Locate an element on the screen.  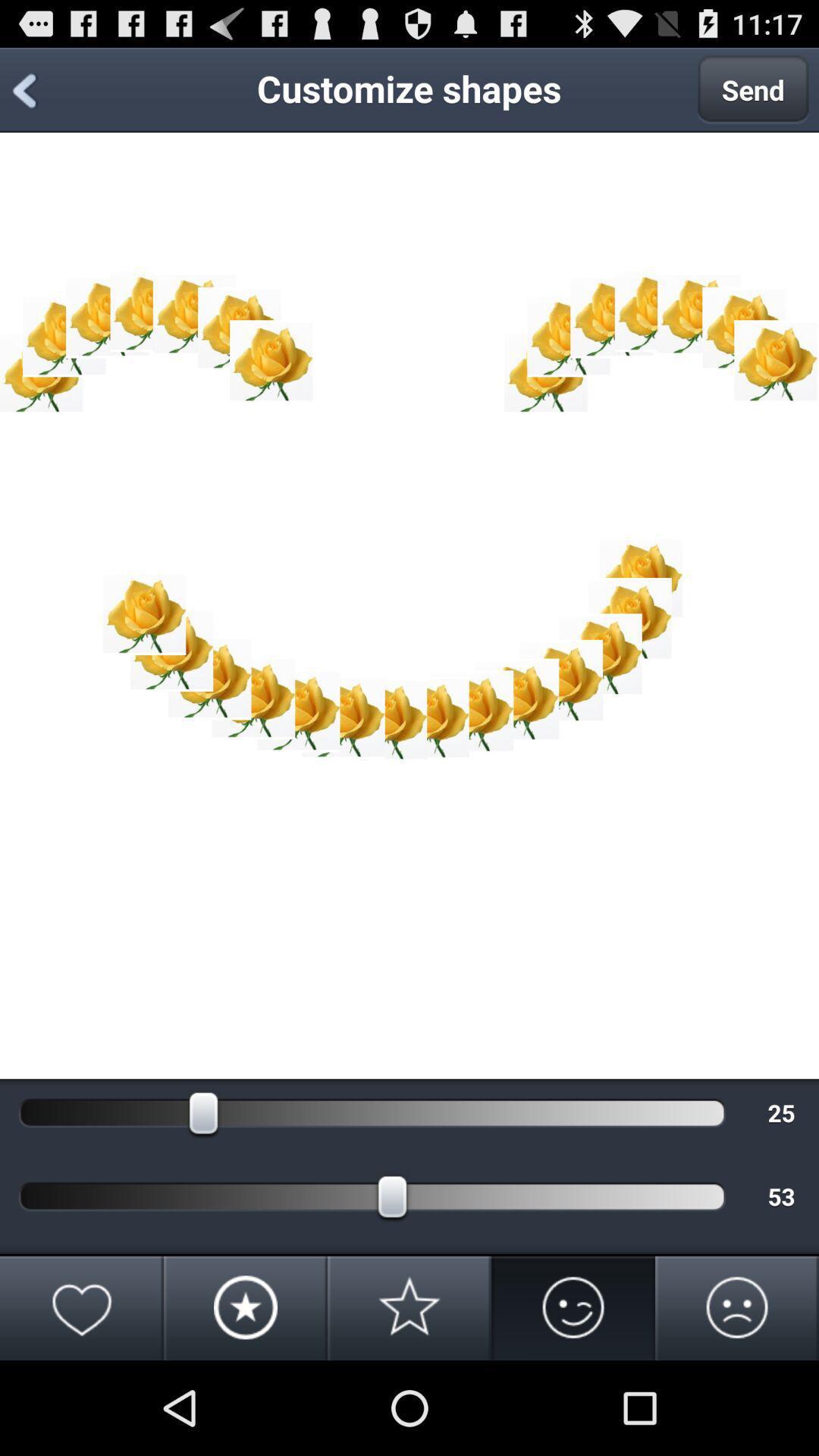
send at the top right corner is located at coordinates (753, 89).